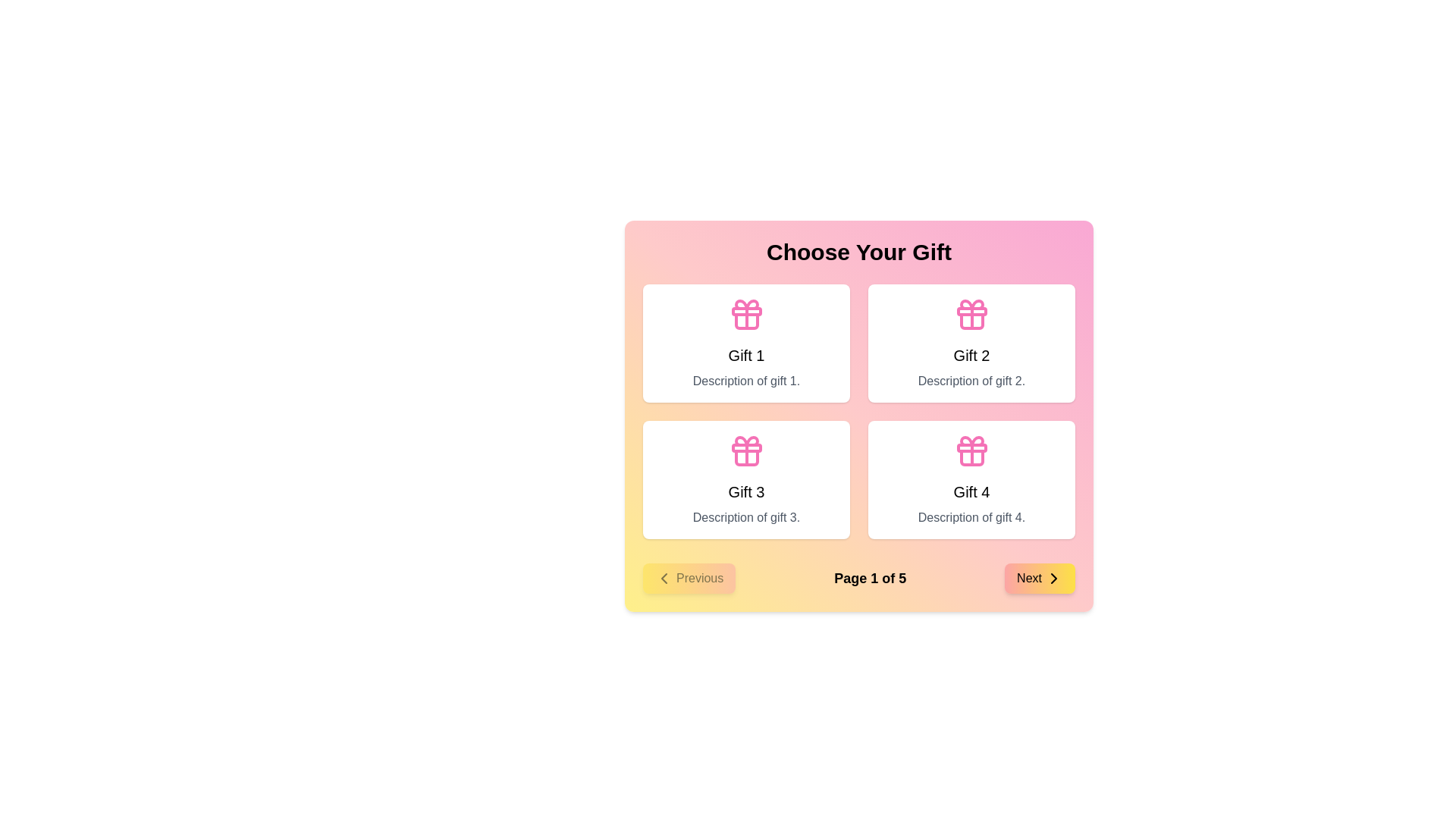 The image size is (1456, 819). Describe the element at coordinates (870, 579) in the screenshot. I see `the text label displaying 'Page 1 of 5', which is bold and slightly larger, centered in the bottom row between the 'Previous' and 'Next' buttons` at that location.